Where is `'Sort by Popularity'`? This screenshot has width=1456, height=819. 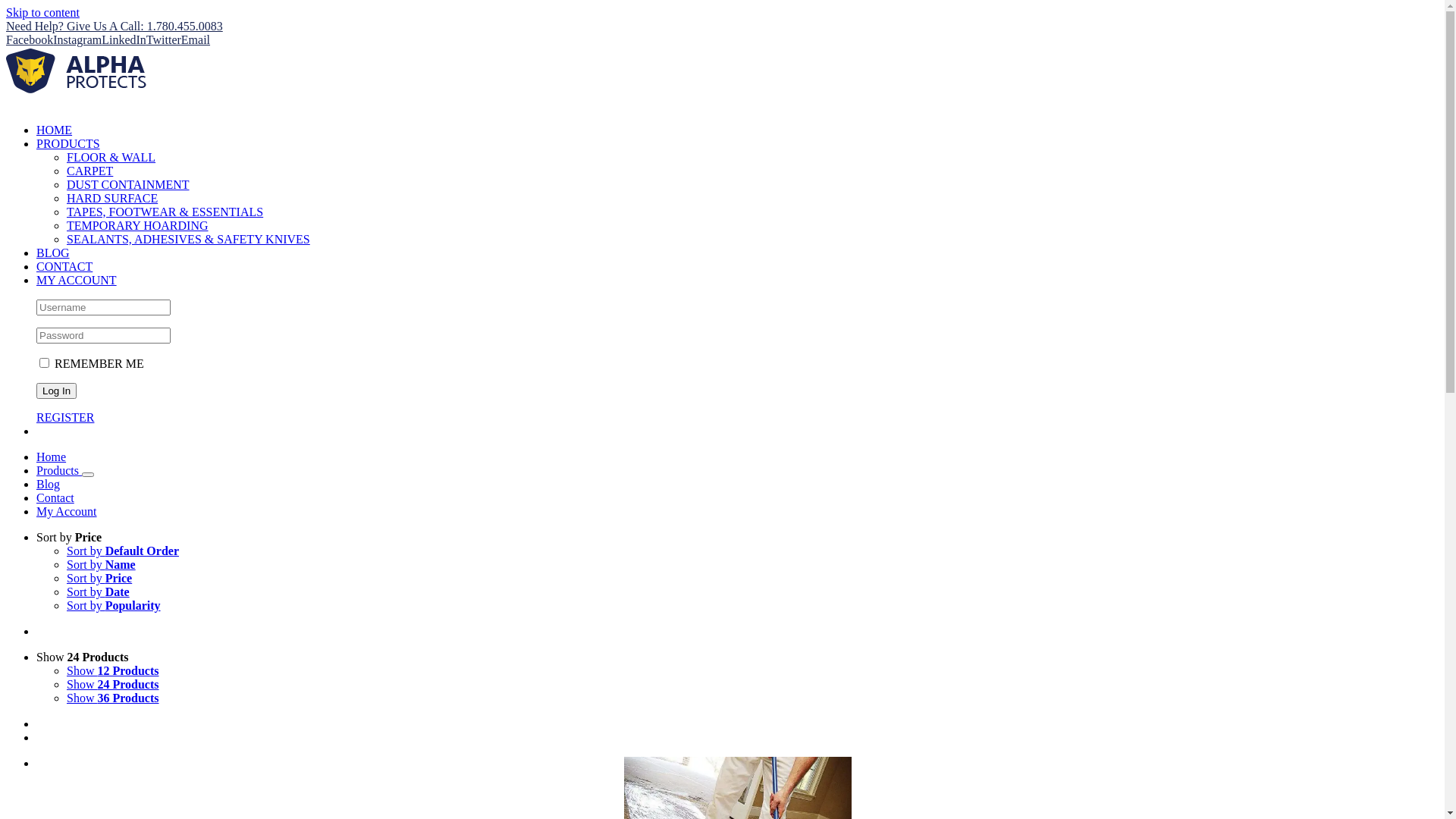
'Sort by Popularity' is located at coordinates (112, 604).